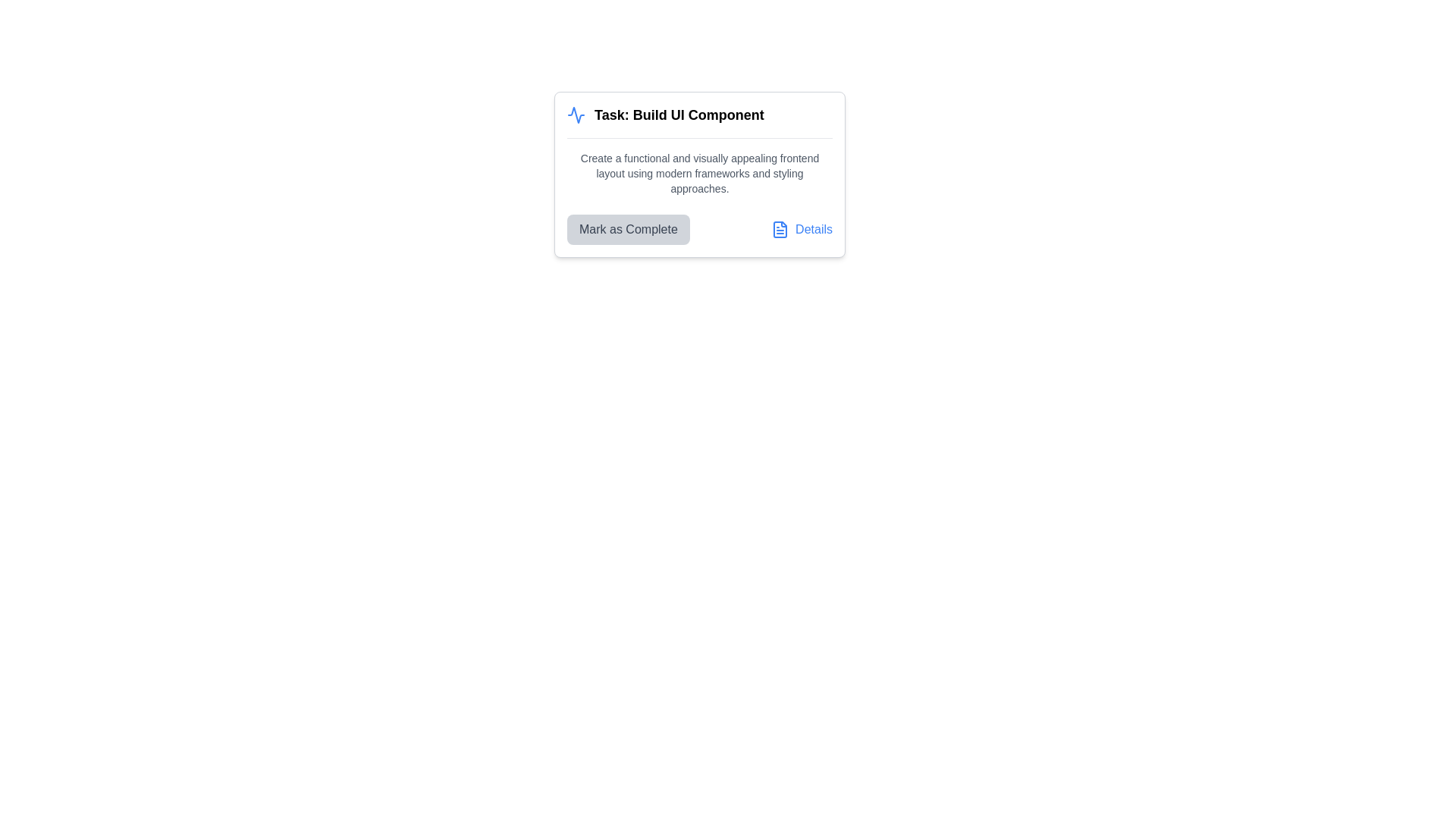 Image resolution: width=1456 pixels, height=819 pixels. I want to click on the text within the second textual block that contains the sentence 'Create a functional and visually appealing frontend layout using modern frameworks and styling approaches.' located beneath the heading 'Task: Build UI Component.', so click(698, 172).